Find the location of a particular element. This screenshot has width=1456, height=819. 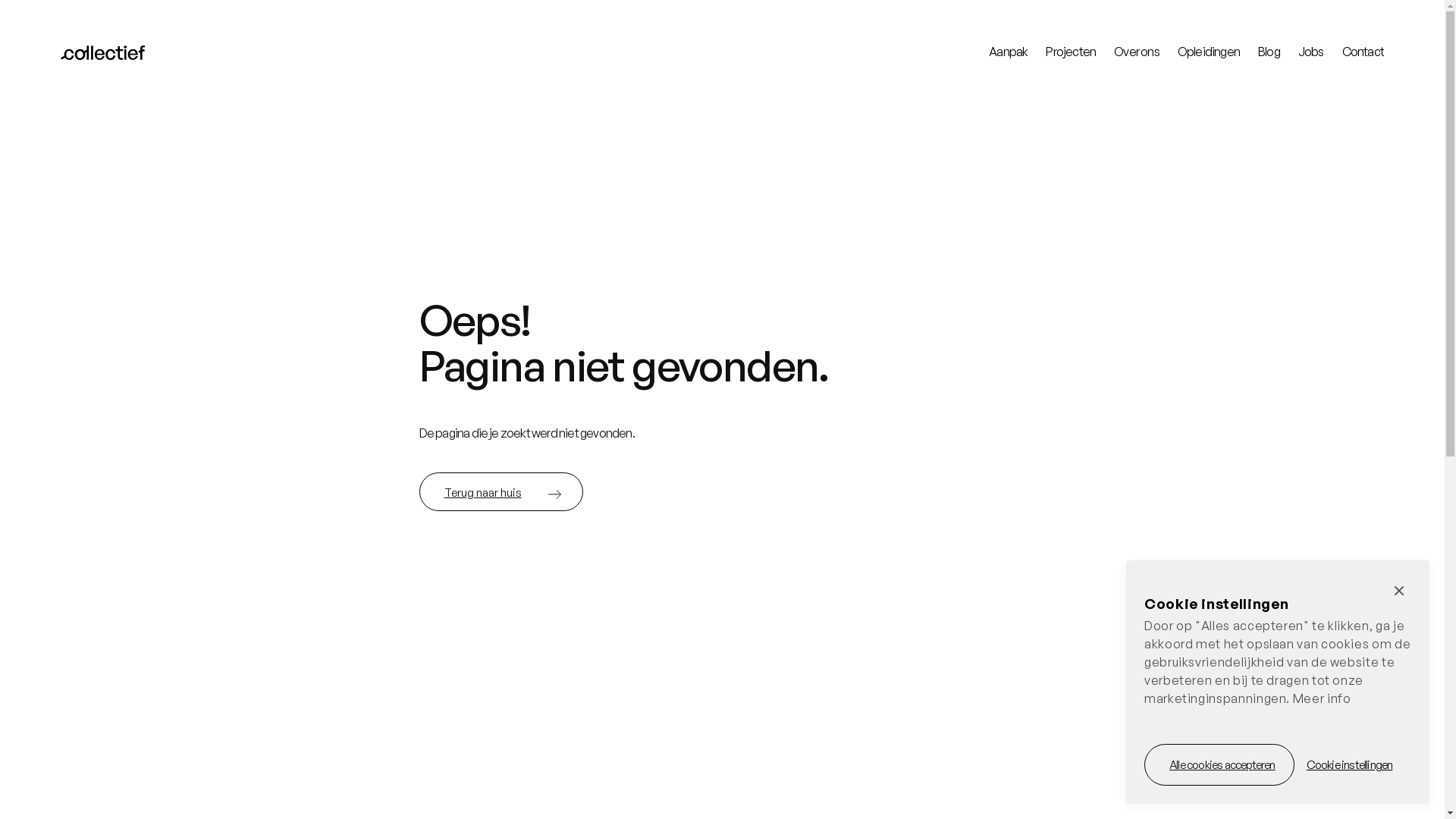

'Cookie instellingen' is located at coordinates (1306, 764).